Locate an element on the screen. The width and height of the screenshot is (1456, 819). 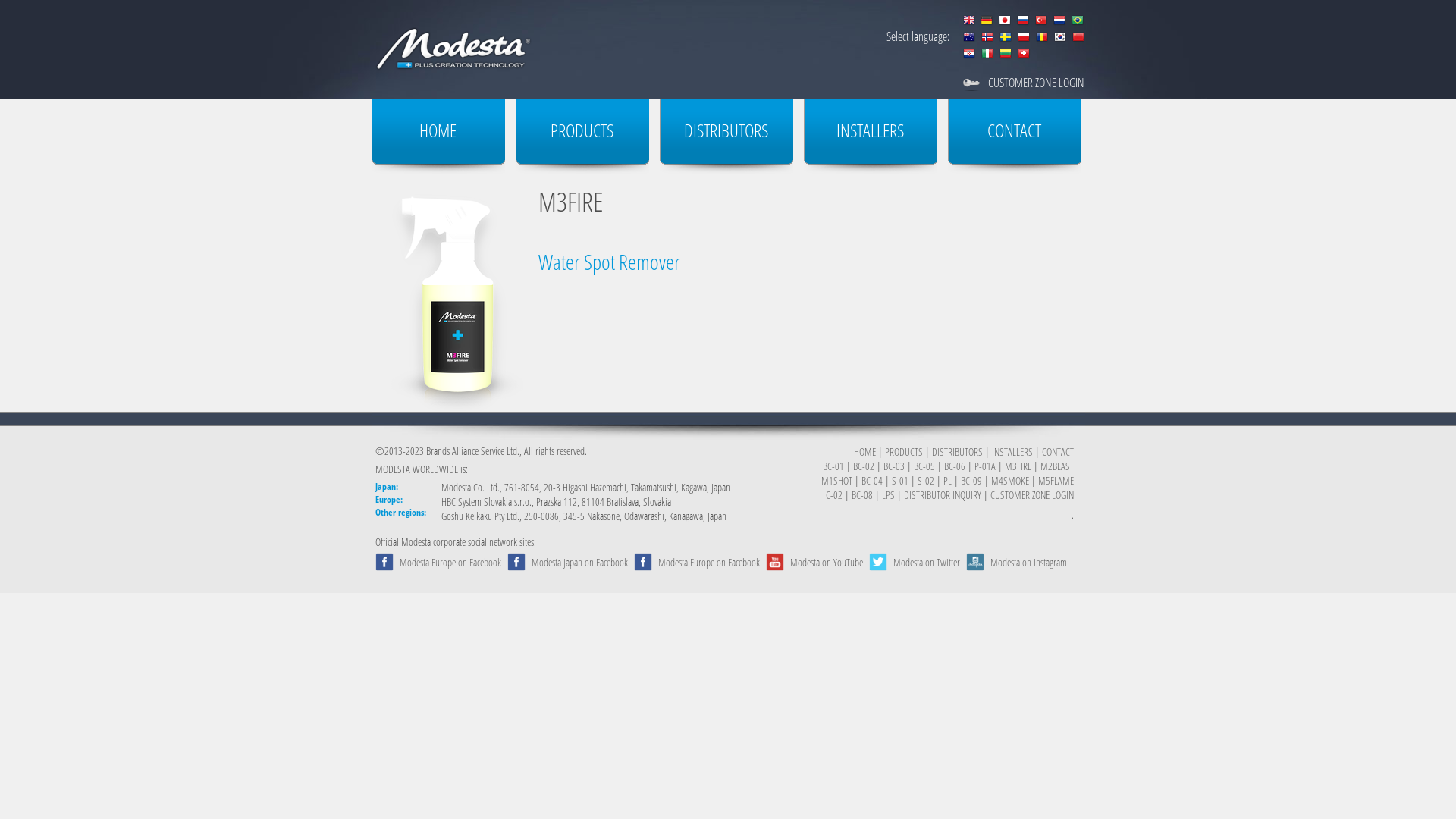
'BC-02' is located at coordinates (863, 465).